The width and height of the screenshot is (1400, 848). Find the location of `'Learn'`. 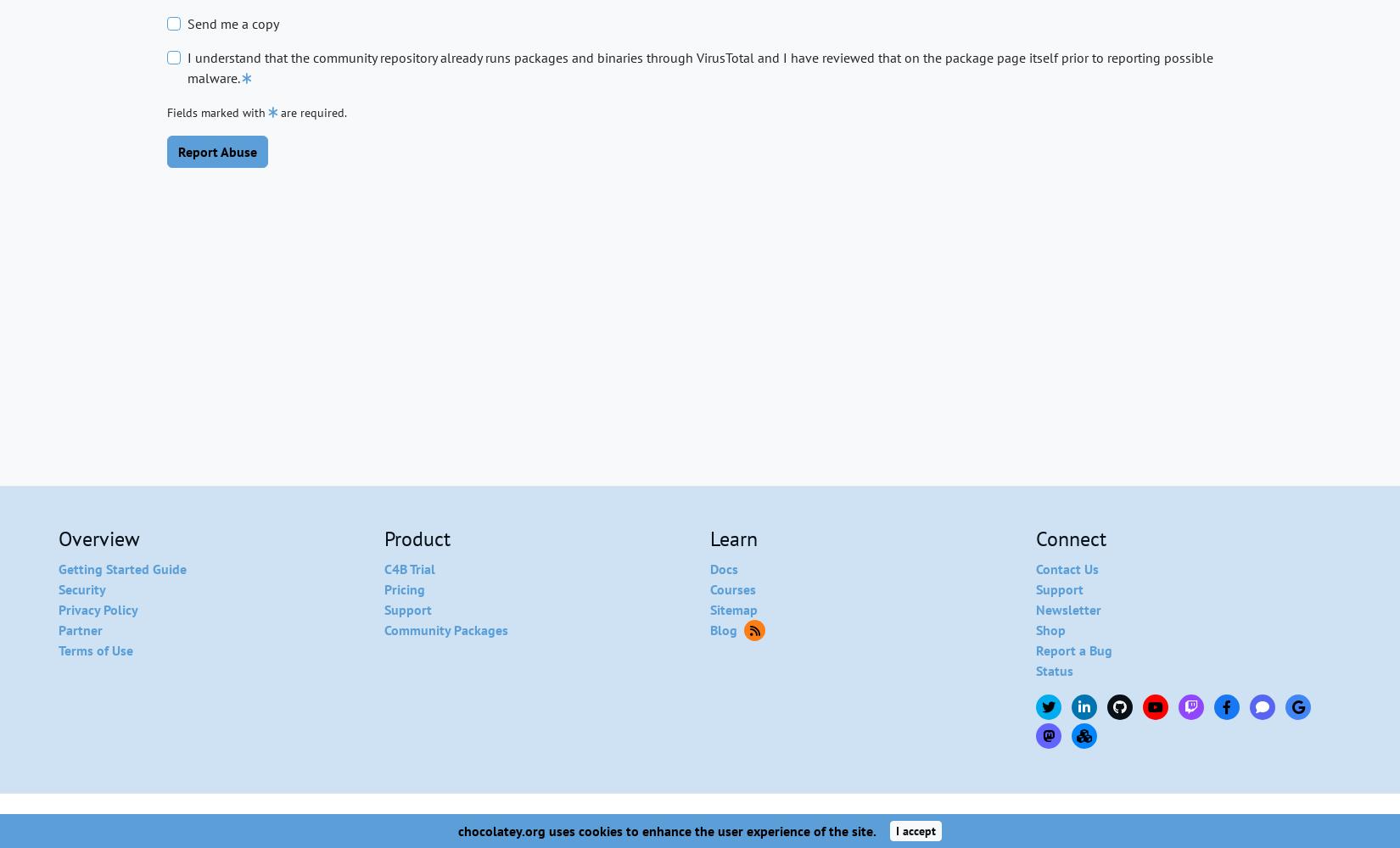

'Learn' is located at coordinates (733, 538).